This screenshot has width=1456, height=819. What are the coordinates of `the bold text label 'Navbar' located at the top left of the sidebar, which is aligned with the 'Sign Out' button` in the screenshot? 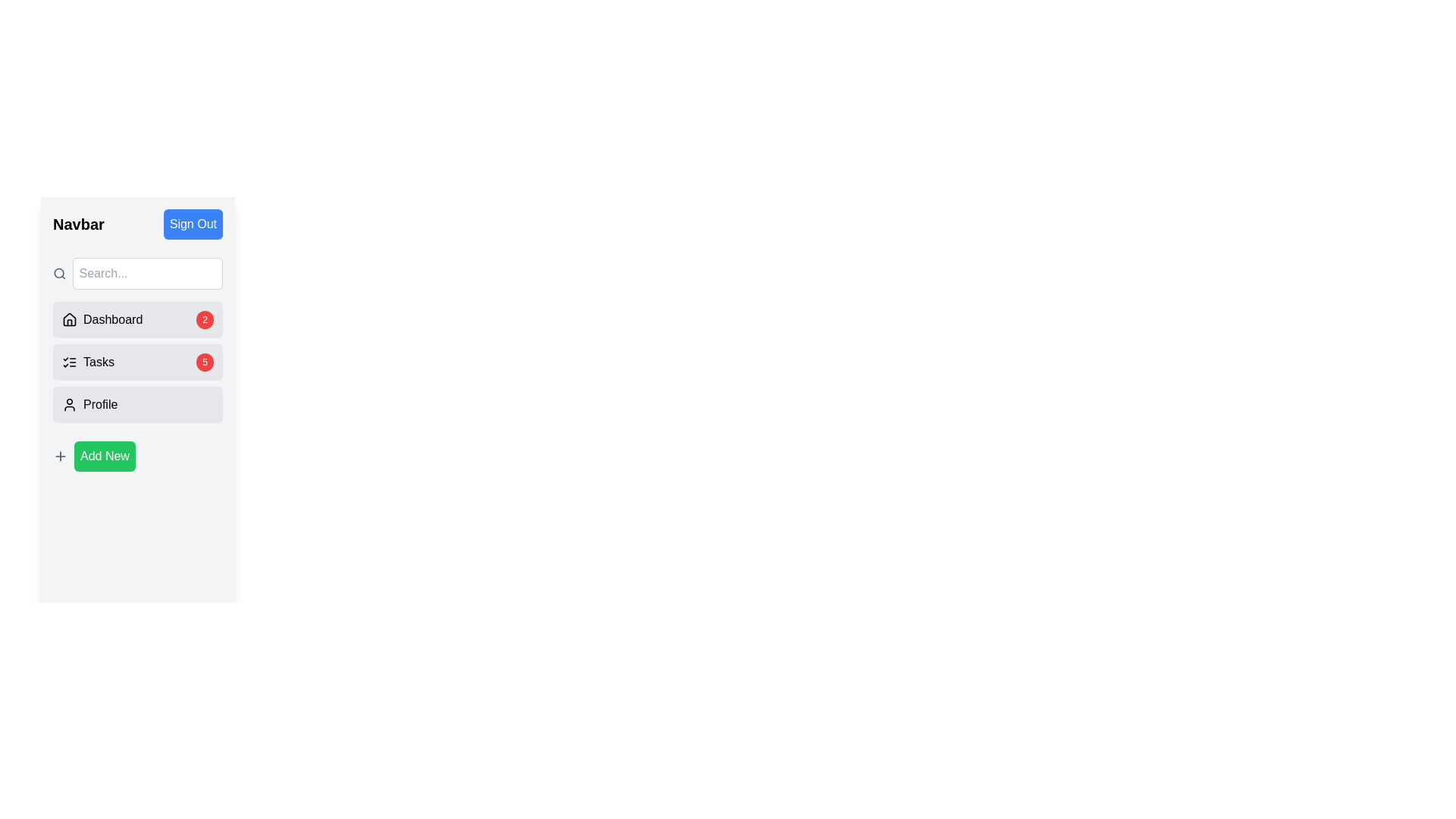 It's located at (77, 224).